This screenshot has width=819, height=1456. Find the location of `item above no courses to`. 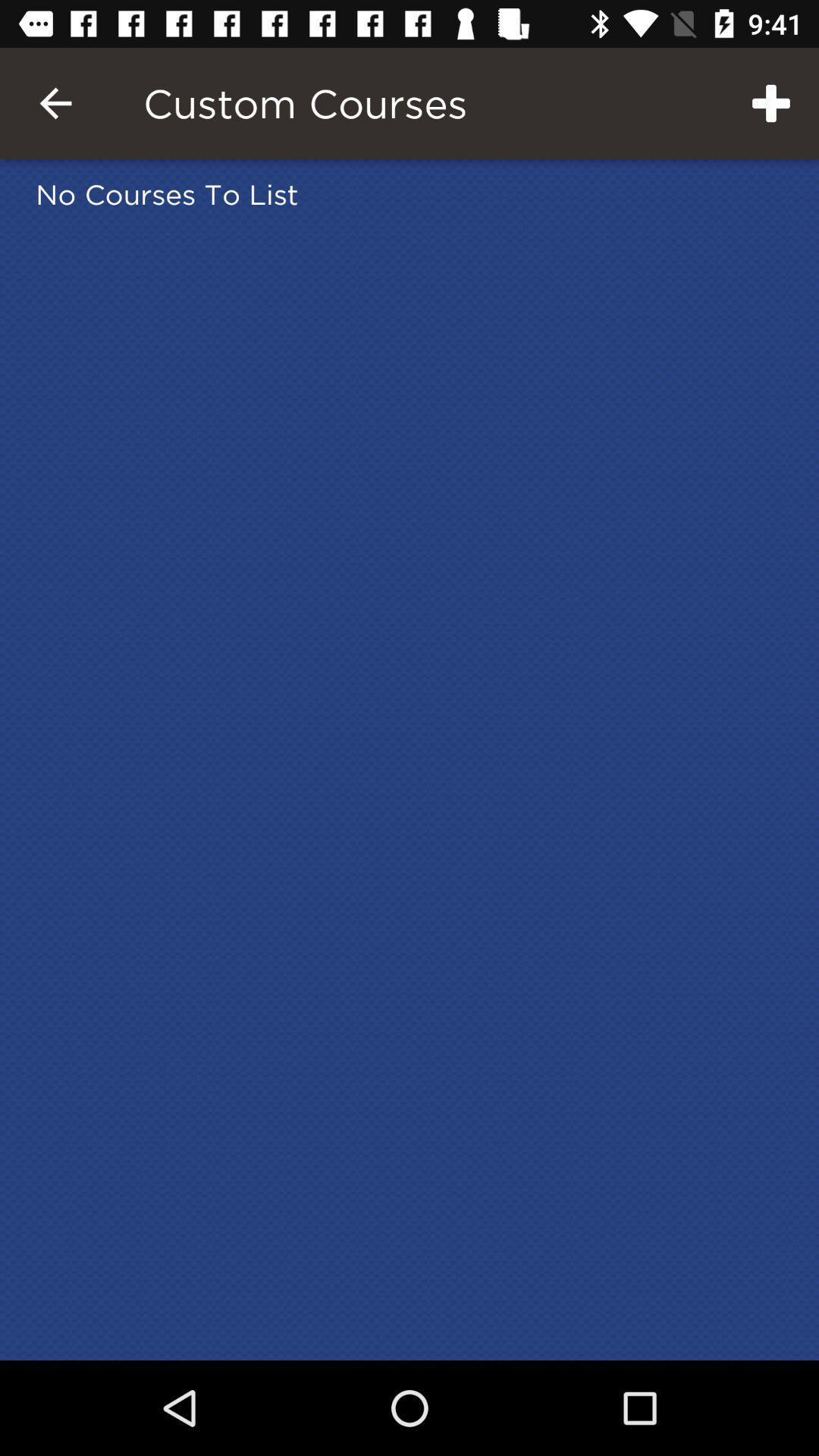

item above no courses to is located at coordinates (55, 102).